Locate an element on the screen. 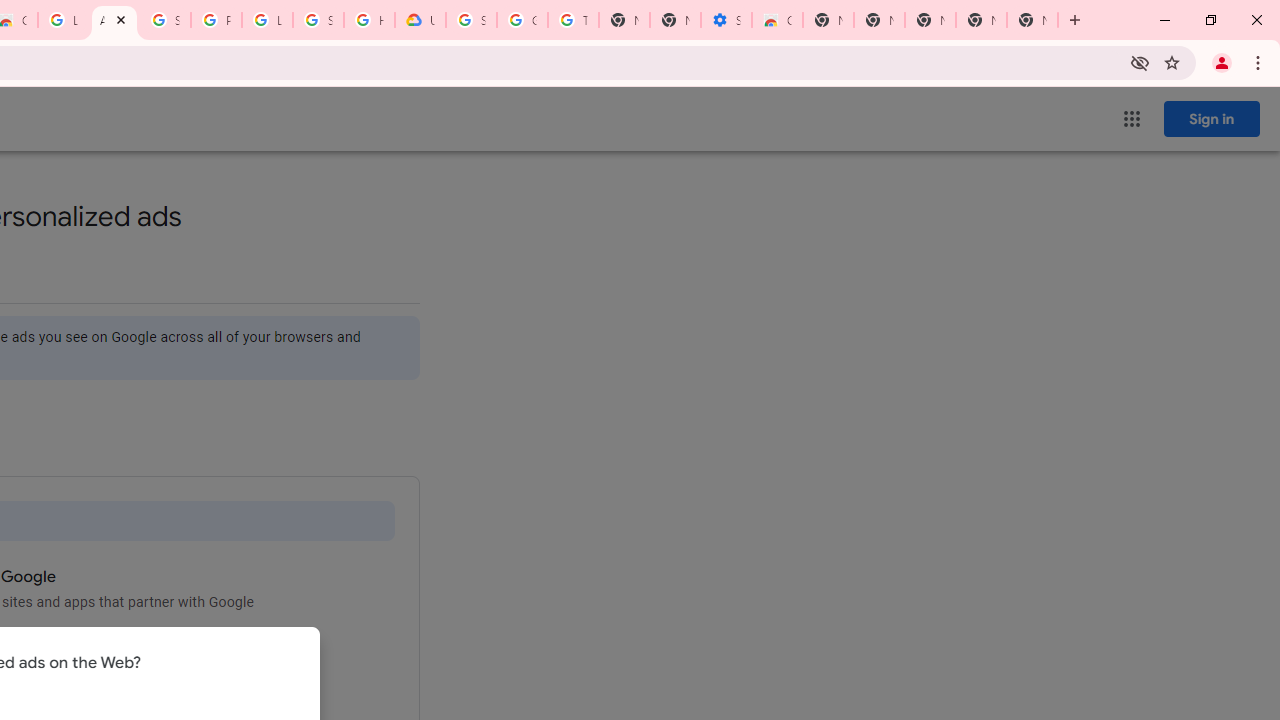 This screenshot has height=720, width=1280. 'Sign in - Google Accounts' is located at coordinates (165, 20).